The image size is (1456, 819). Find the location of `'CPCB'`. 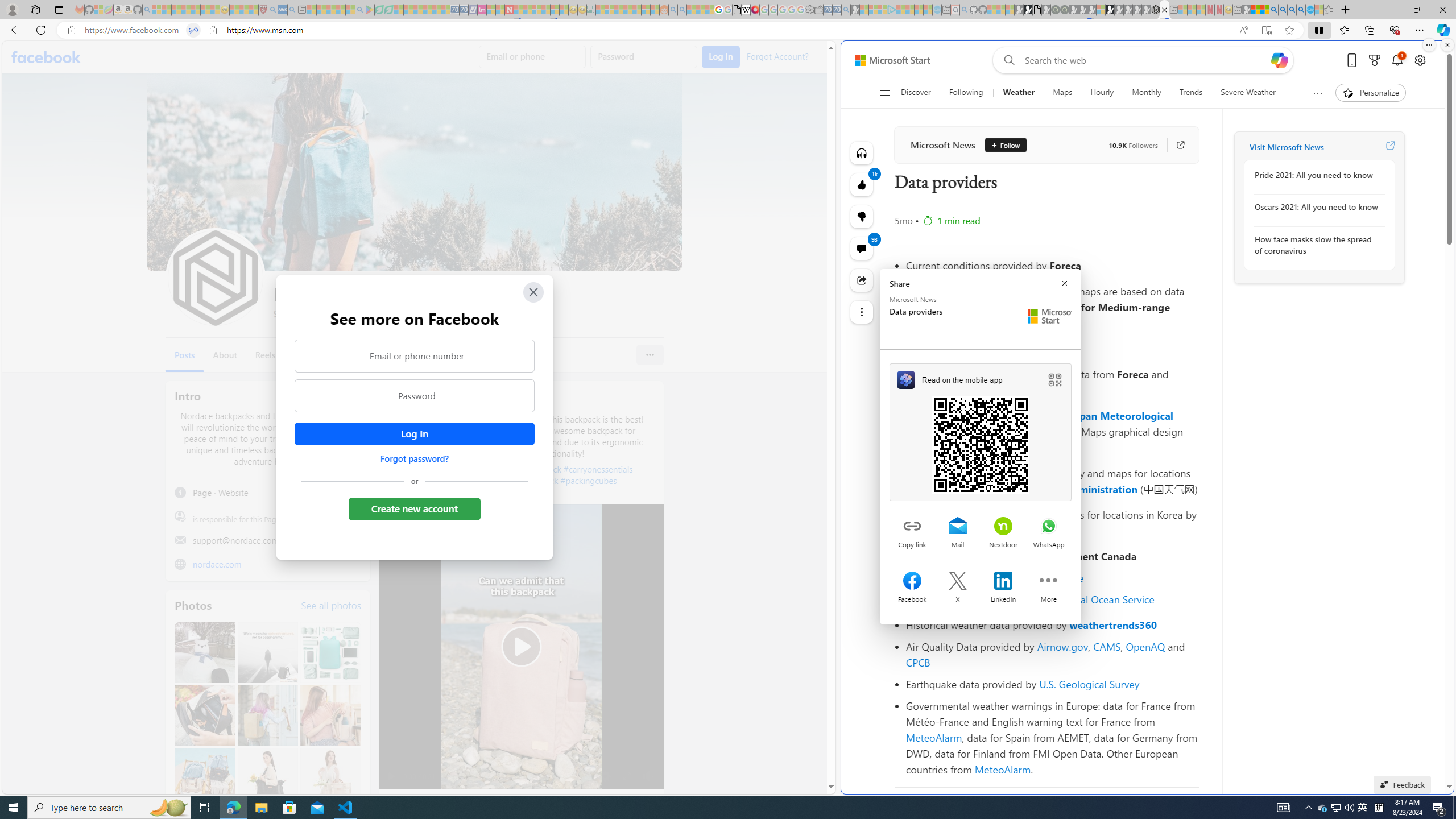

'CPCB' is located at coordinates (918, 662).